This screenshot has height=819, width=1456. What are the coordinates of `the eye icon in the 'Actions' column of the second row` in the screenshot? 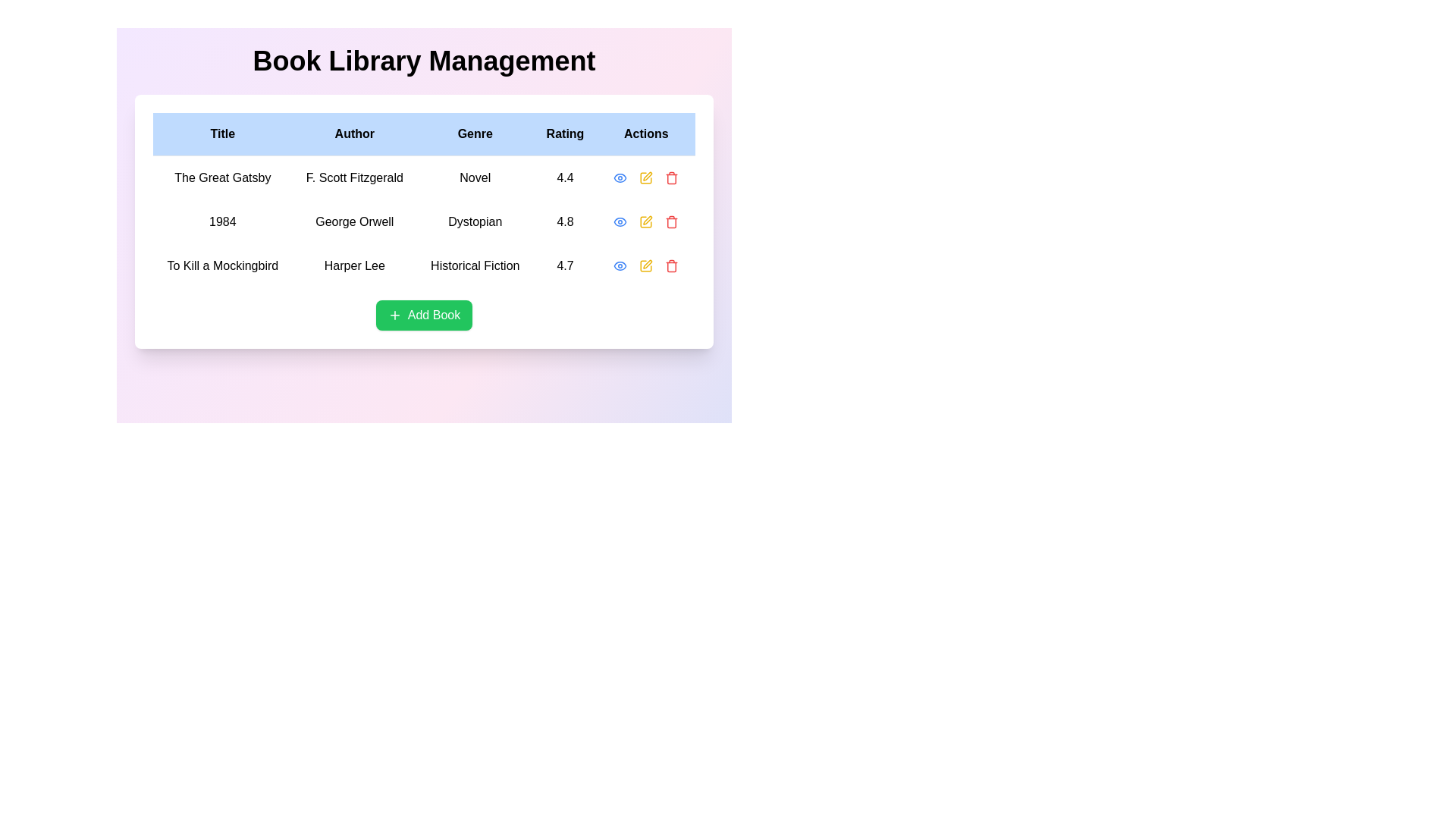 It's located at (620, 177).